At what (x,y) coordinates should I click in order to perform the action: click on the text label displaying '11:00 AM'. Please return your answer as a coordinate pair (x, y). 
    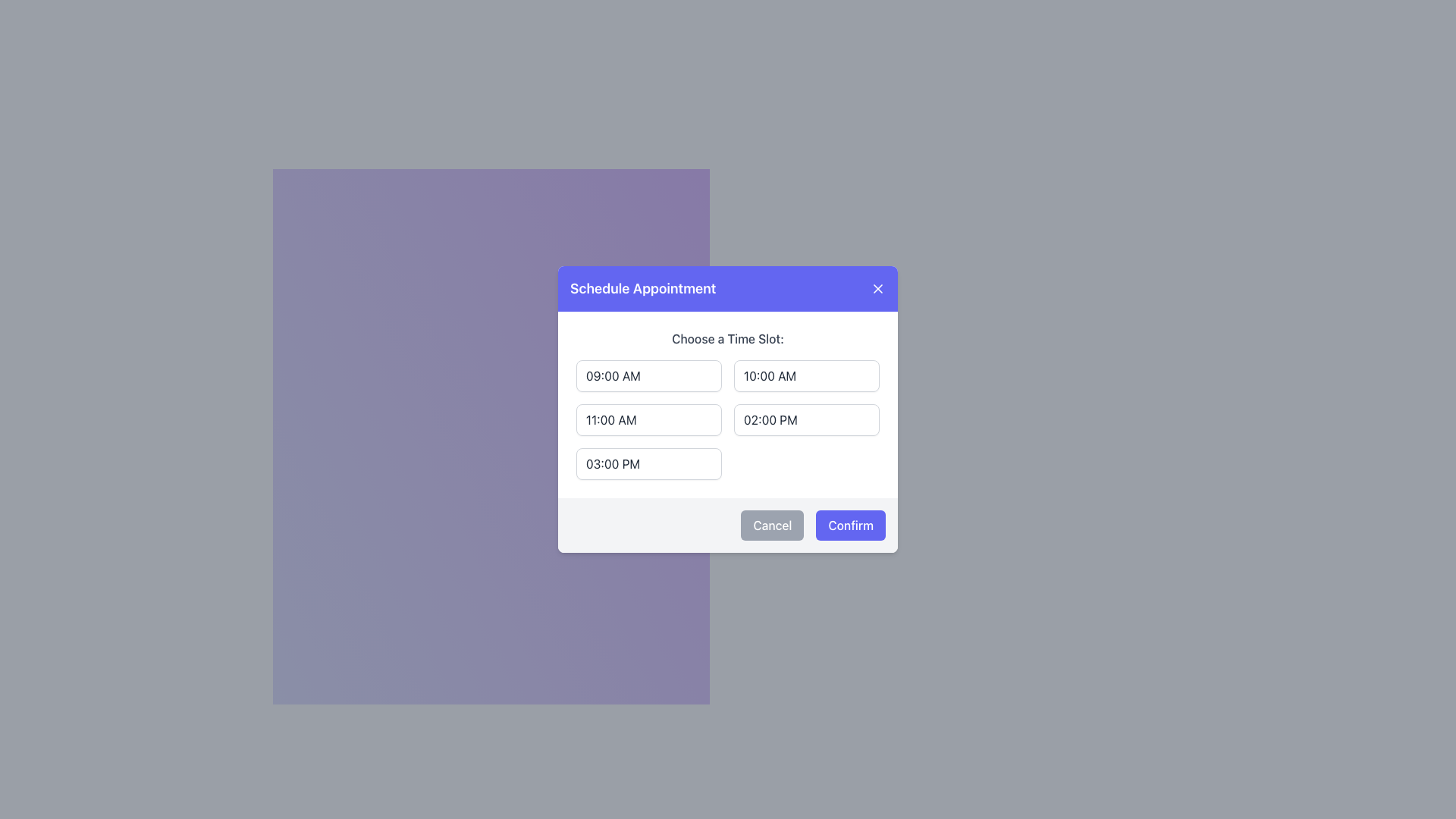
    Looking at the image, I should click on (611, 420).